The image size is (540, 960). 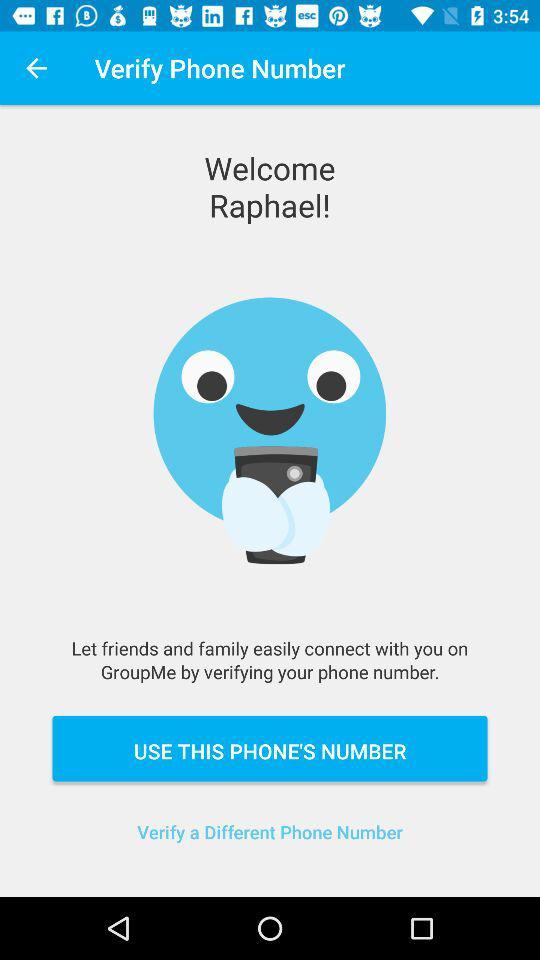 I want to click on app next to the verify phone number item, so click(x=36, y=68).